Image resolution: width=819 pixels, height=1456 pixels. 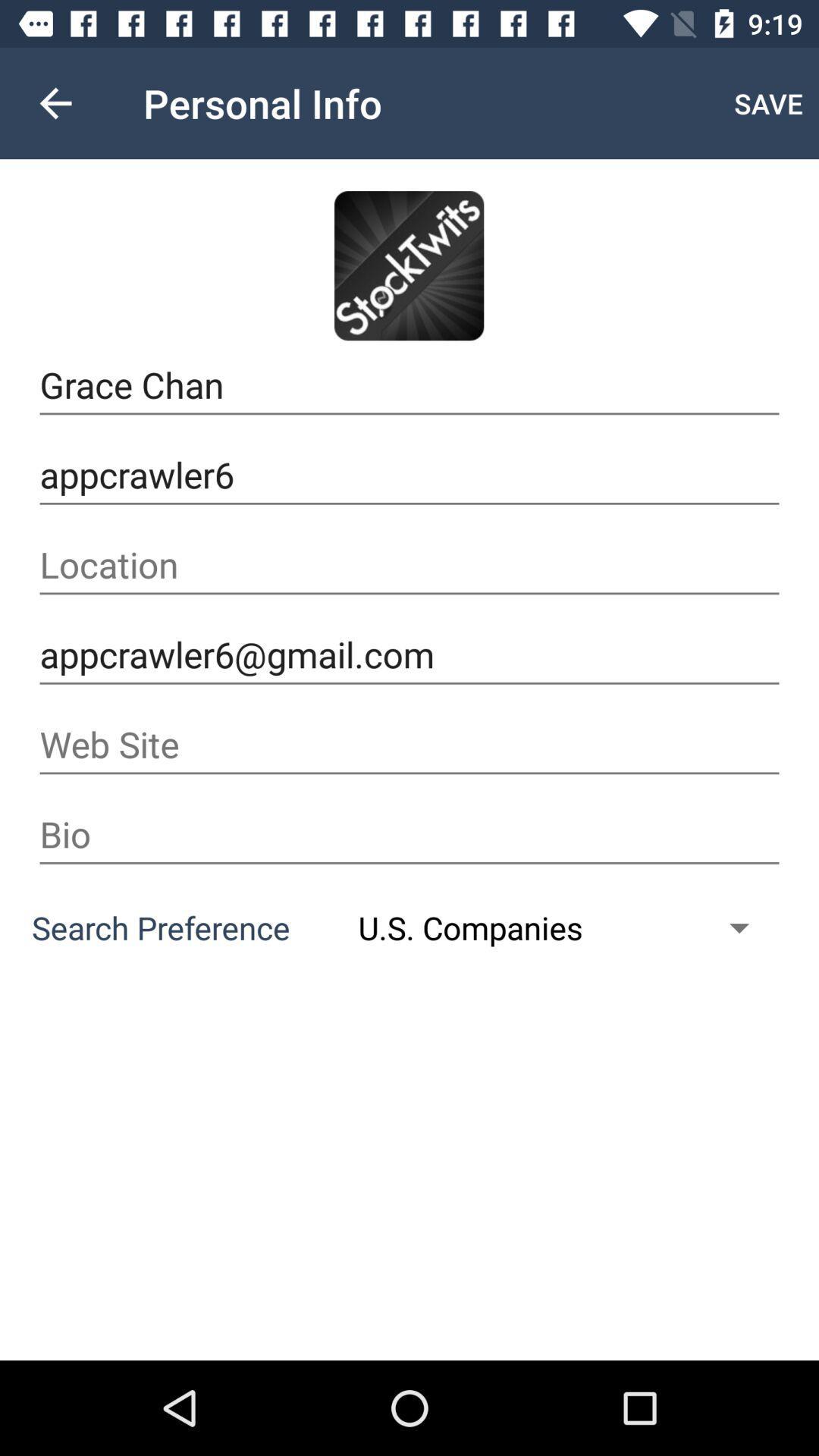 I want to click on the icon at the top right corner, so click(x=768, y=102).